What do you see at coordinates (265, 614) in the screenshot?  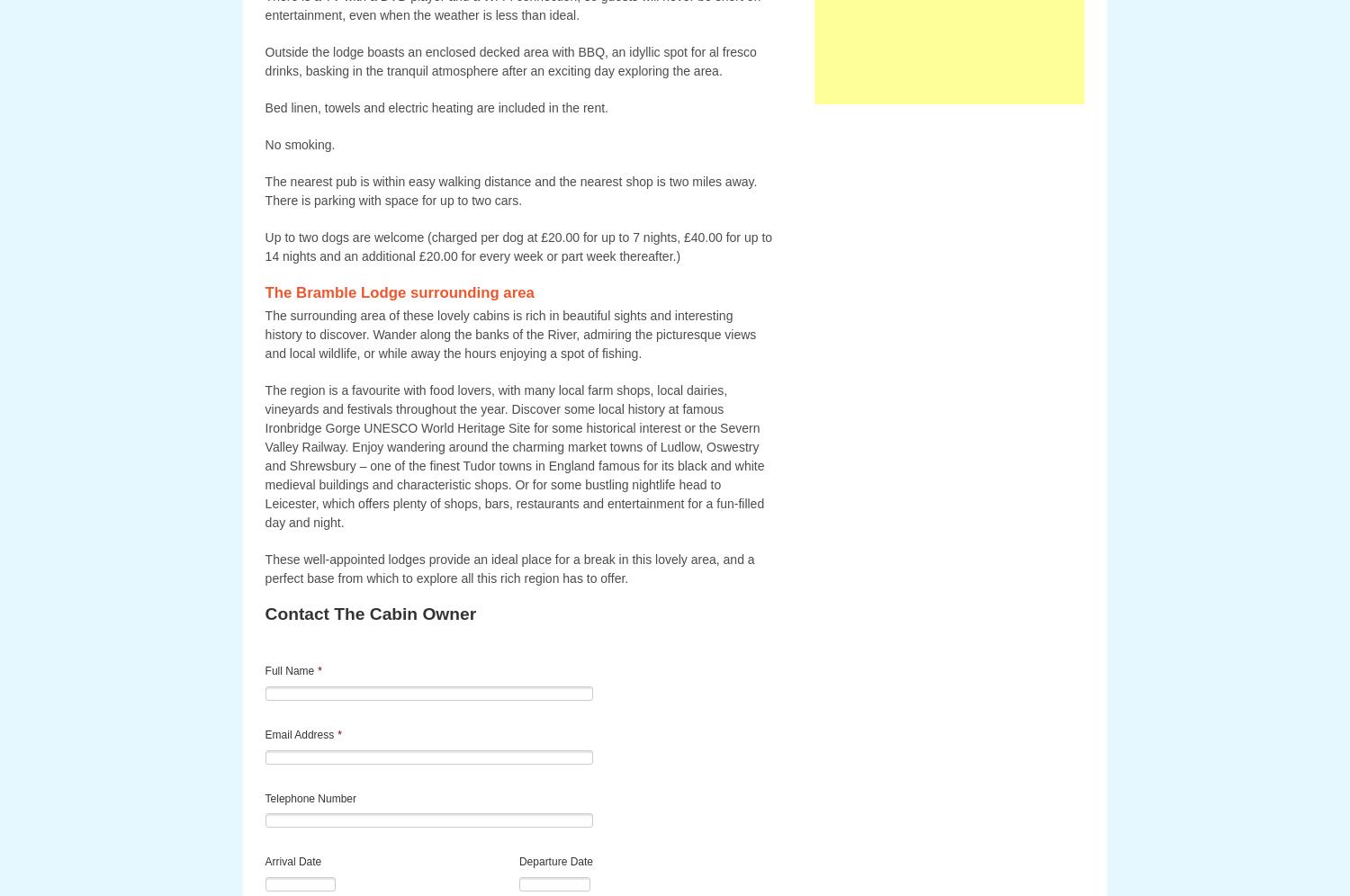 I see `'Contact The Cabin Owner'` at bounding box center [265, 614].